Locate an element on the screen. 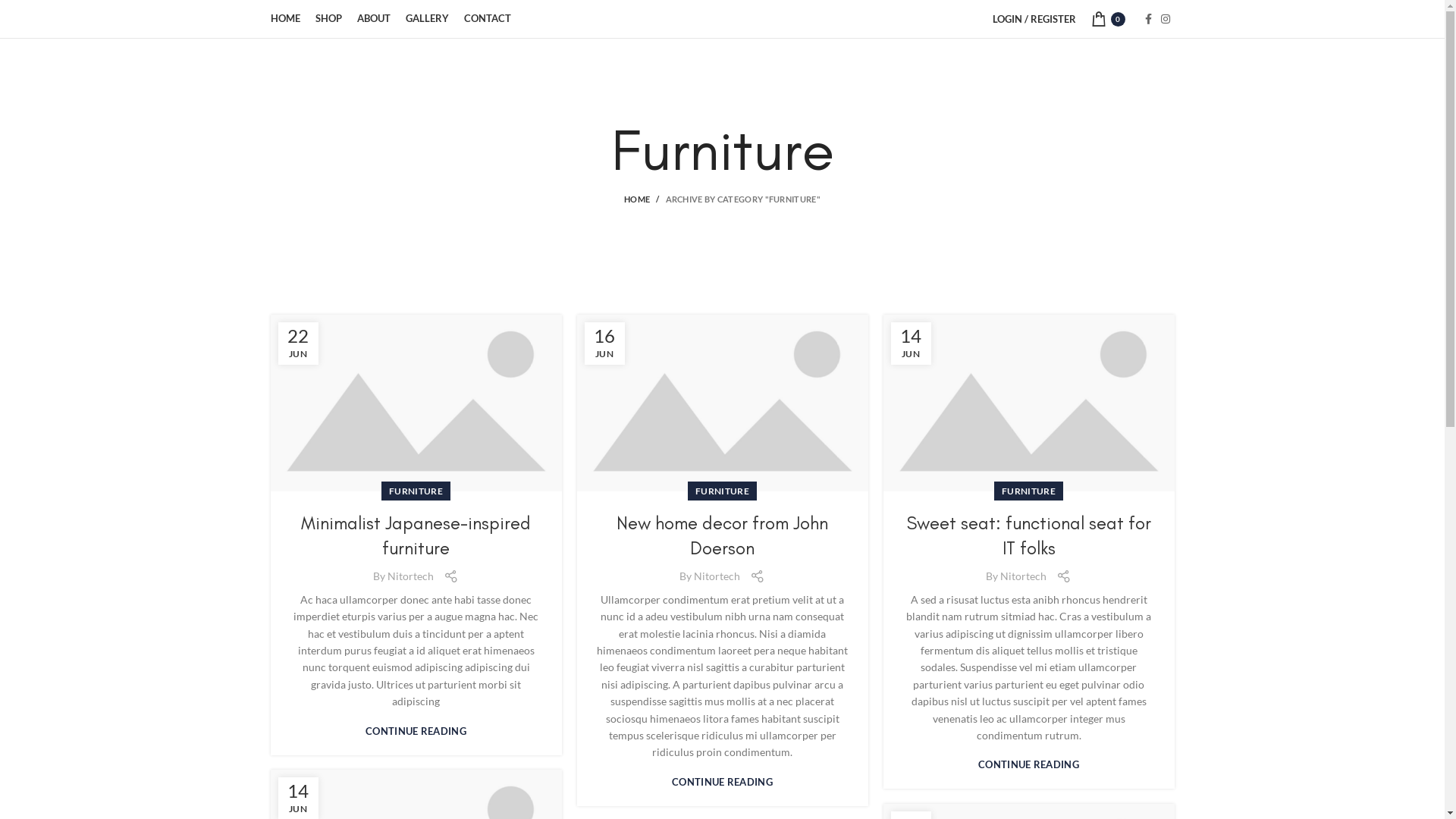 This screenshot has width=1456, height=819. '22 is located at coordinates (297, 343).